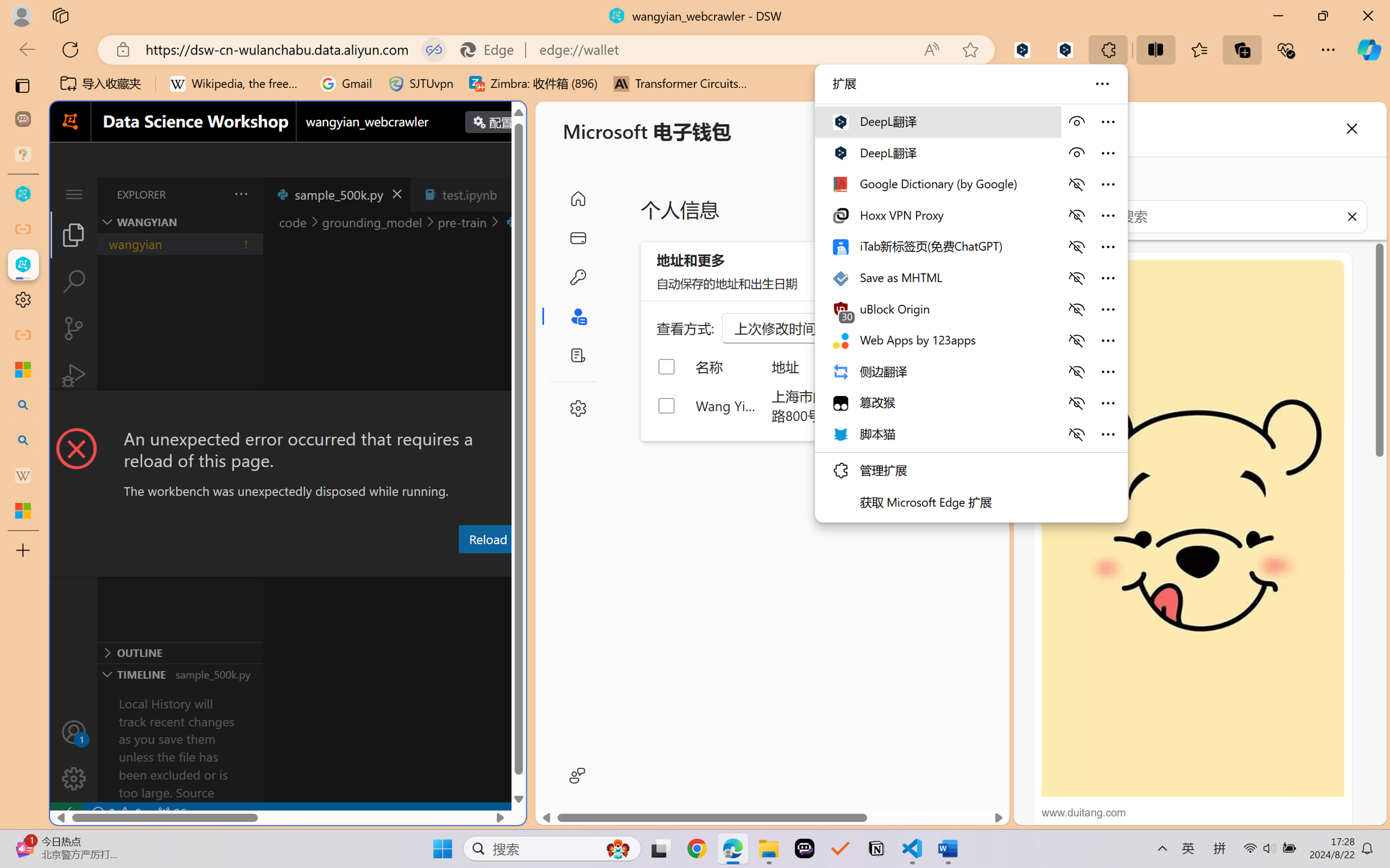  Describe the element at coordinates (937, 215) in the screenshot. I see `'Hoxx VPN Proxy'` at that location.